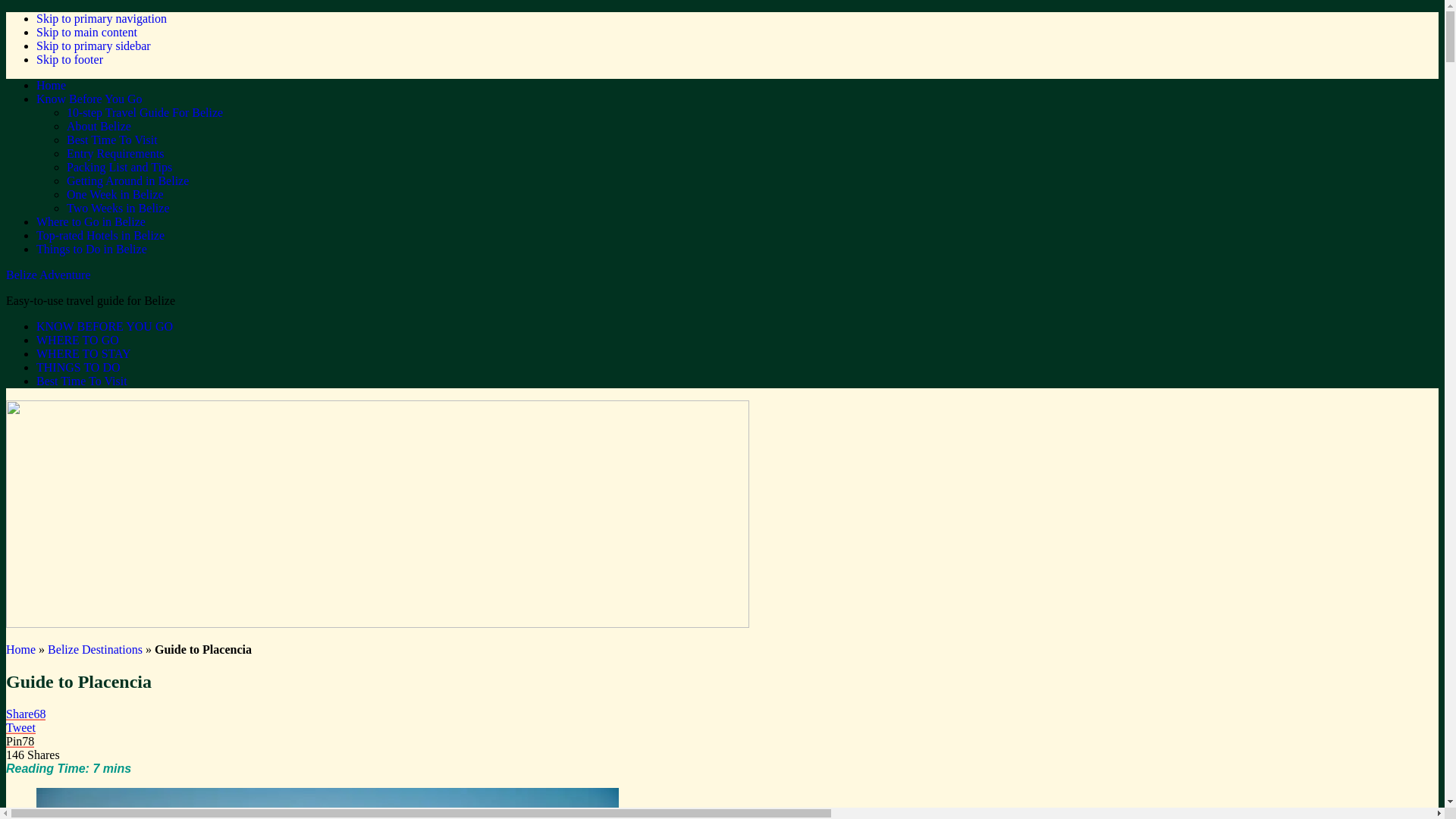 This screenshot has height=819, width=1456. Describe the element at coordinates (118, 167) in the screenshot. I see `'Packing List and Tips'` at that location.